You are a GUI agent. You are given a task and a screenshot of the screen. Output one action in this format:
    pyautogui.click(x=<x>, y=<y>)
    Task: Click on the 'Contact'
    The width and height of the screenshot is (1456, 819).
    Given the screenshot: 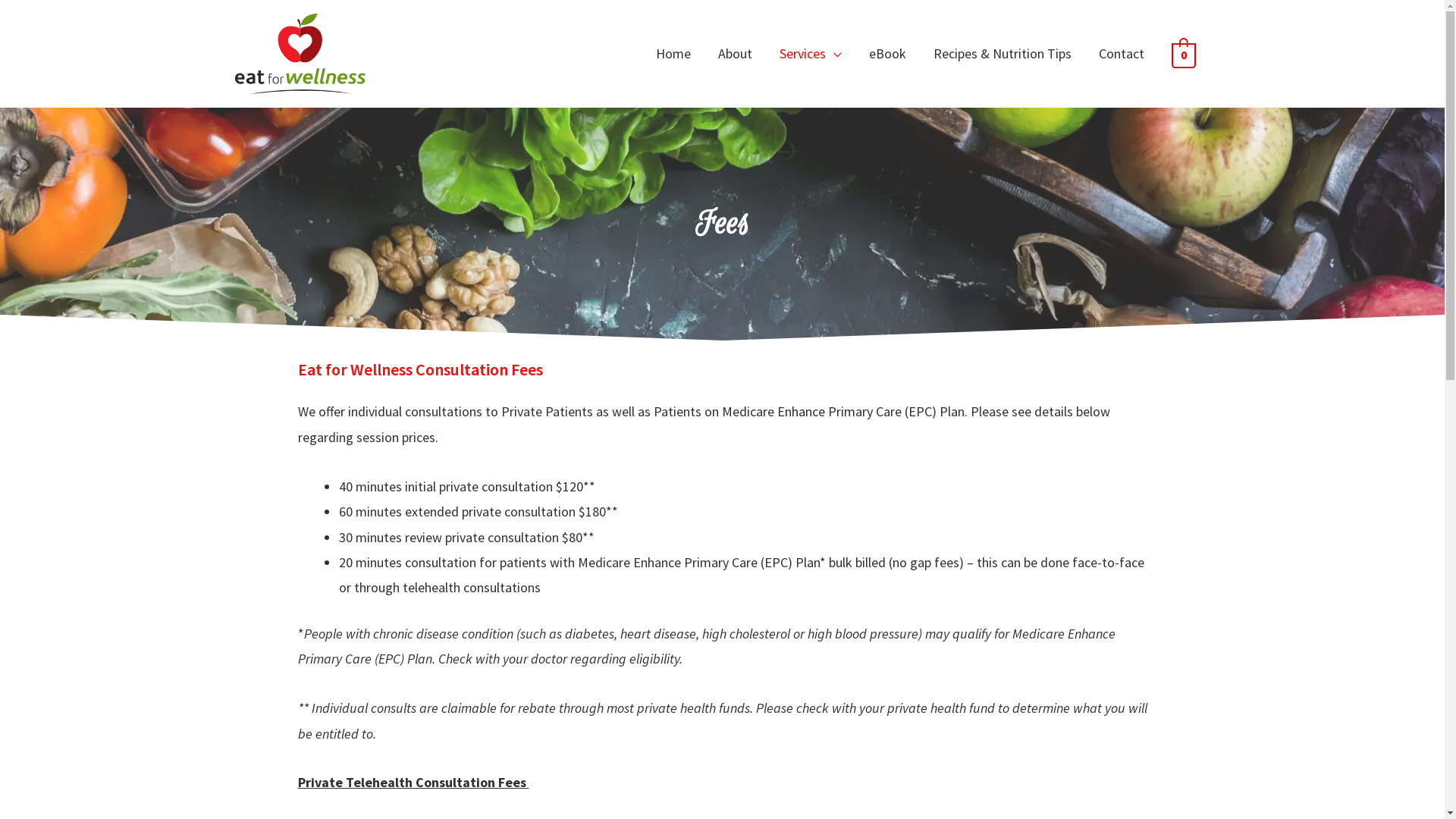 What is the action you would take?
    pyautogui.click(x=1084, y=52)
    